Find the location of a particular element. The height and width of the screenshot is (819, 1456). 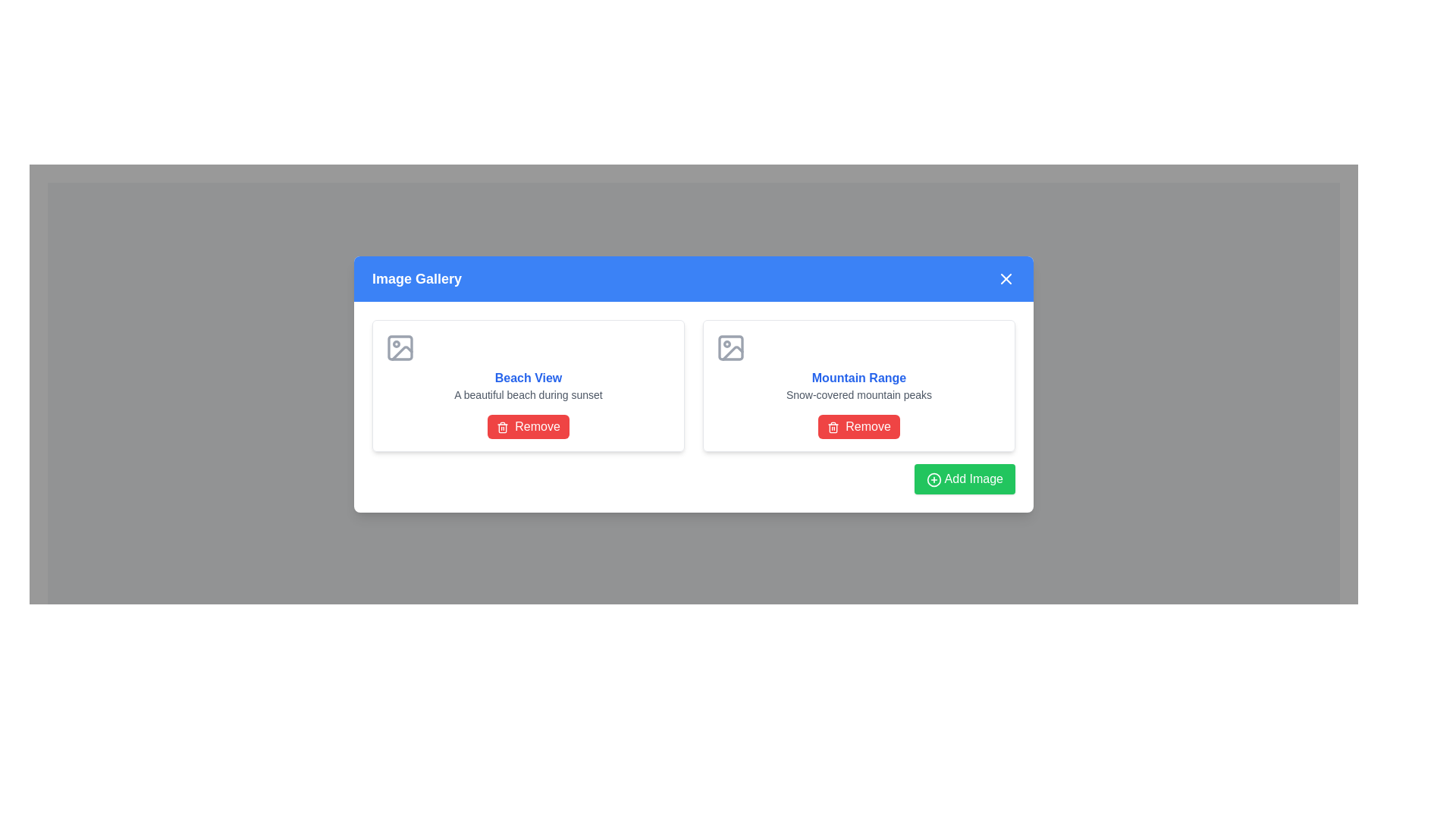

the 'Add Image' button located at the bottom-right corner of the 'Image Gallery' dialog box is located at coordinates (964, 479).